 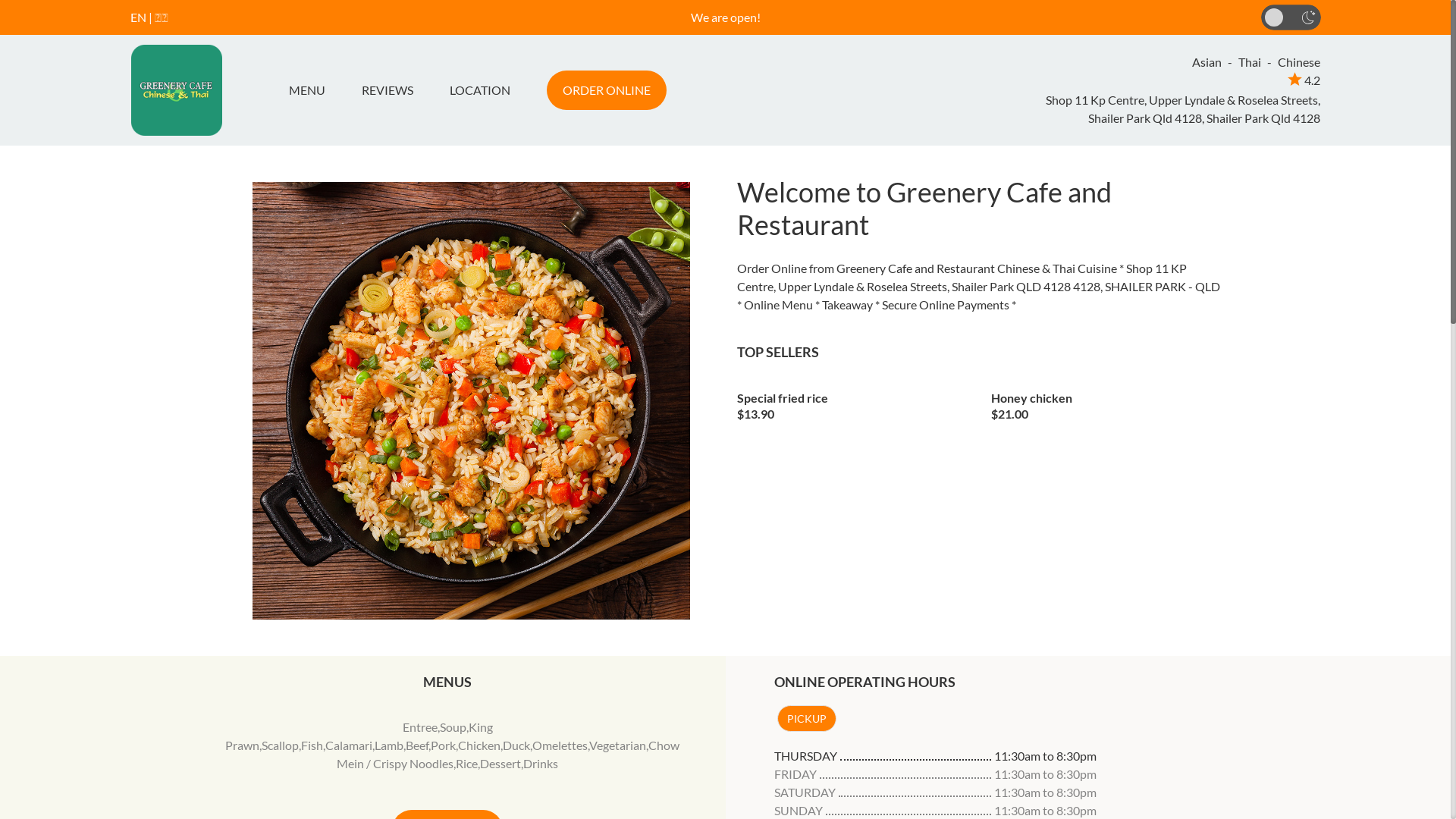 I want to click on 'Drinks', so click(x=541, y=763).